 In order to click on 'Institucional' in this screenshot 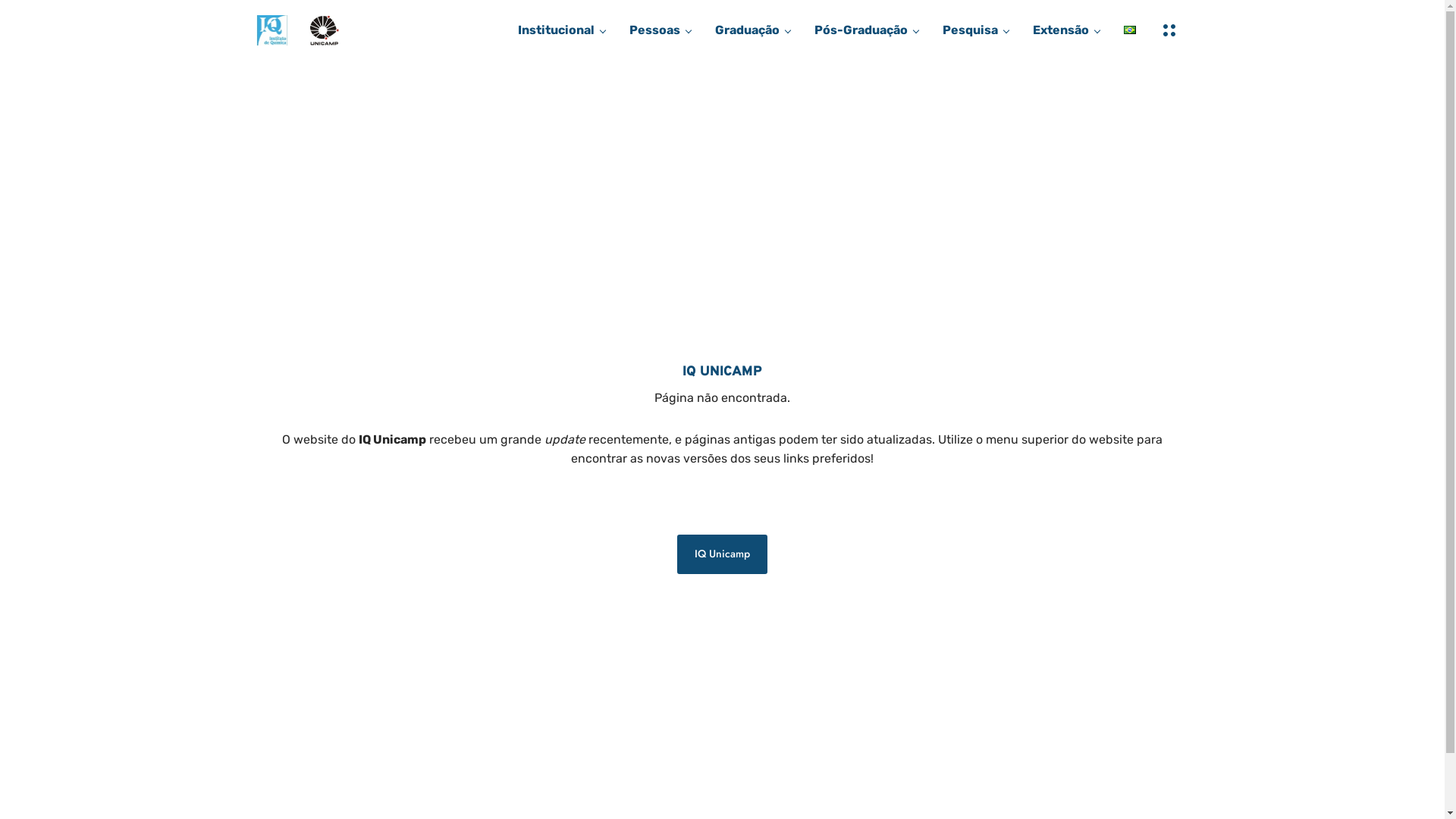, I will do `click(554, 30)`.